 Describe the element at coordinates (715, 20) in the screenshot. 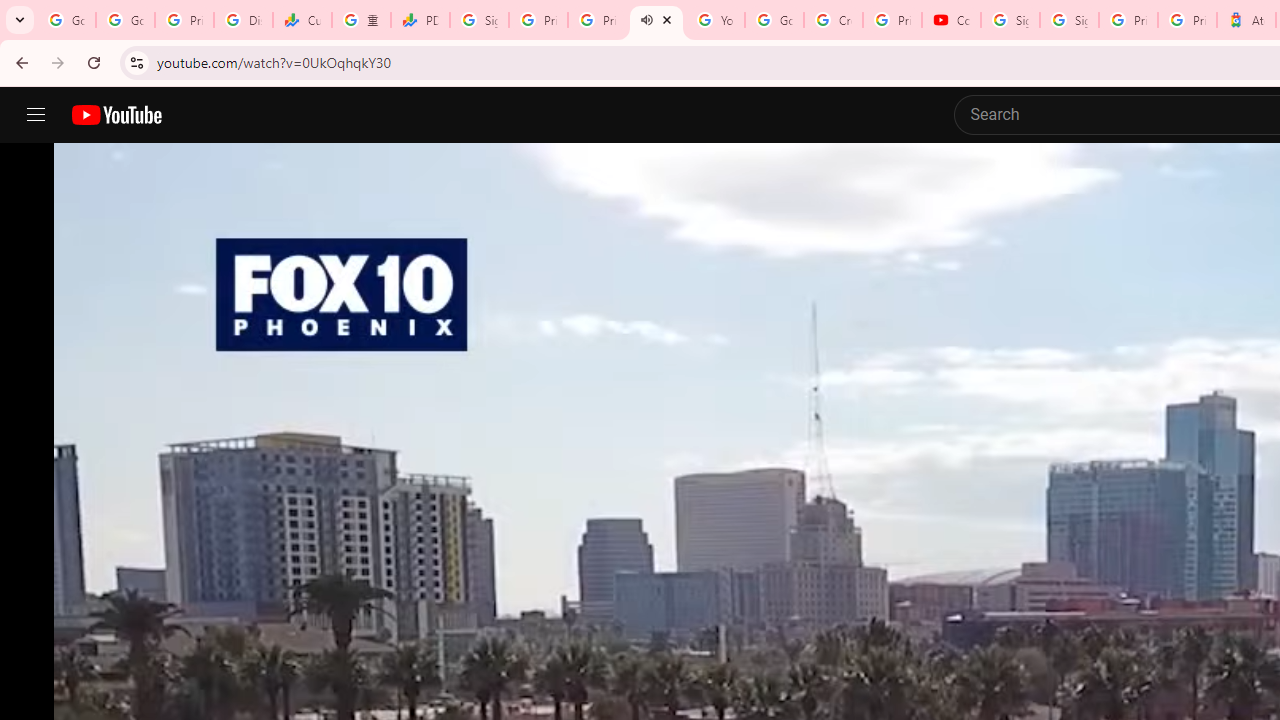

I see `'YouTube'` at that location.